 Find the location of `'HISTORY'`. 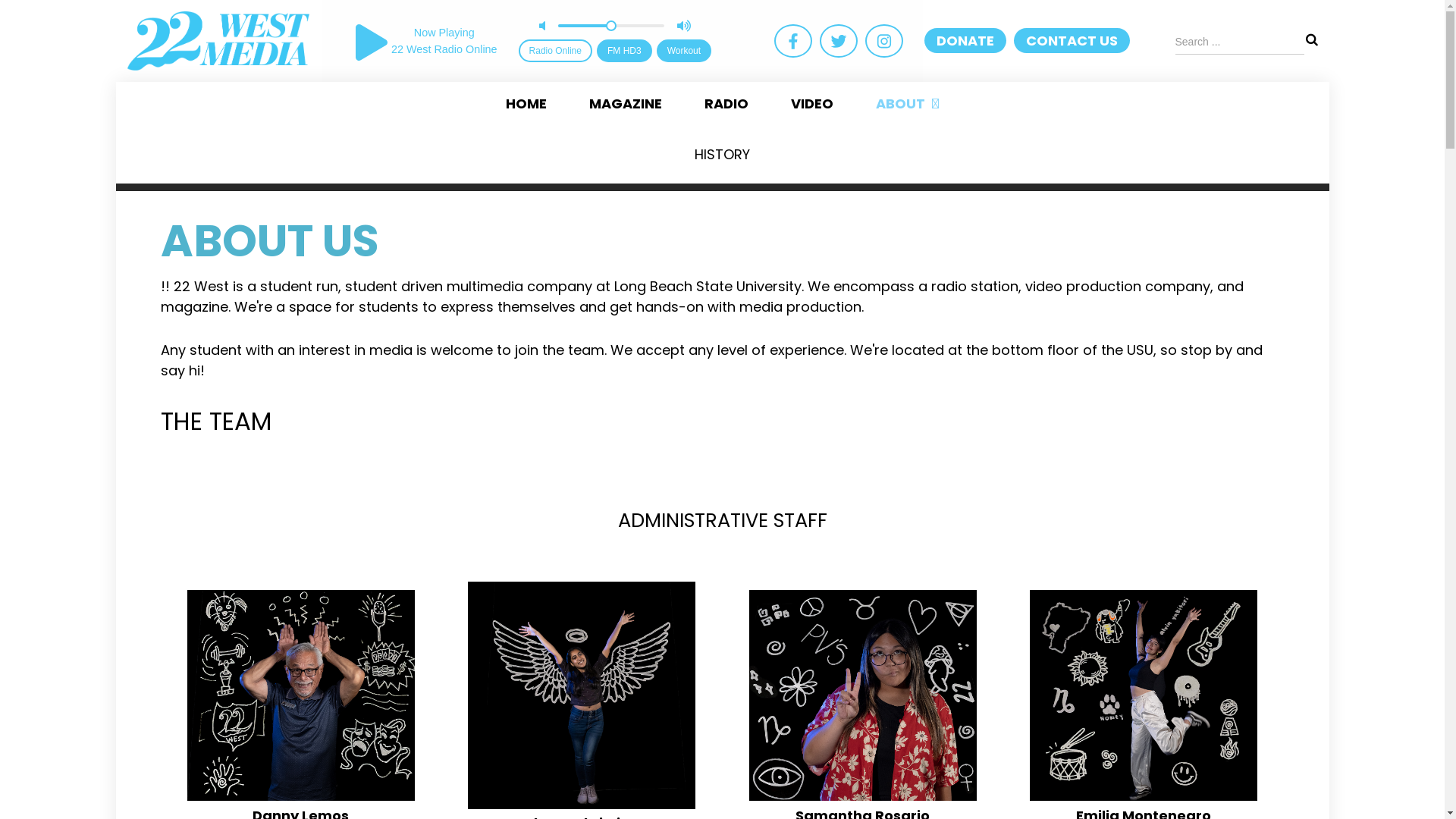

'HISTORY' is located at coordinates (721, 154).